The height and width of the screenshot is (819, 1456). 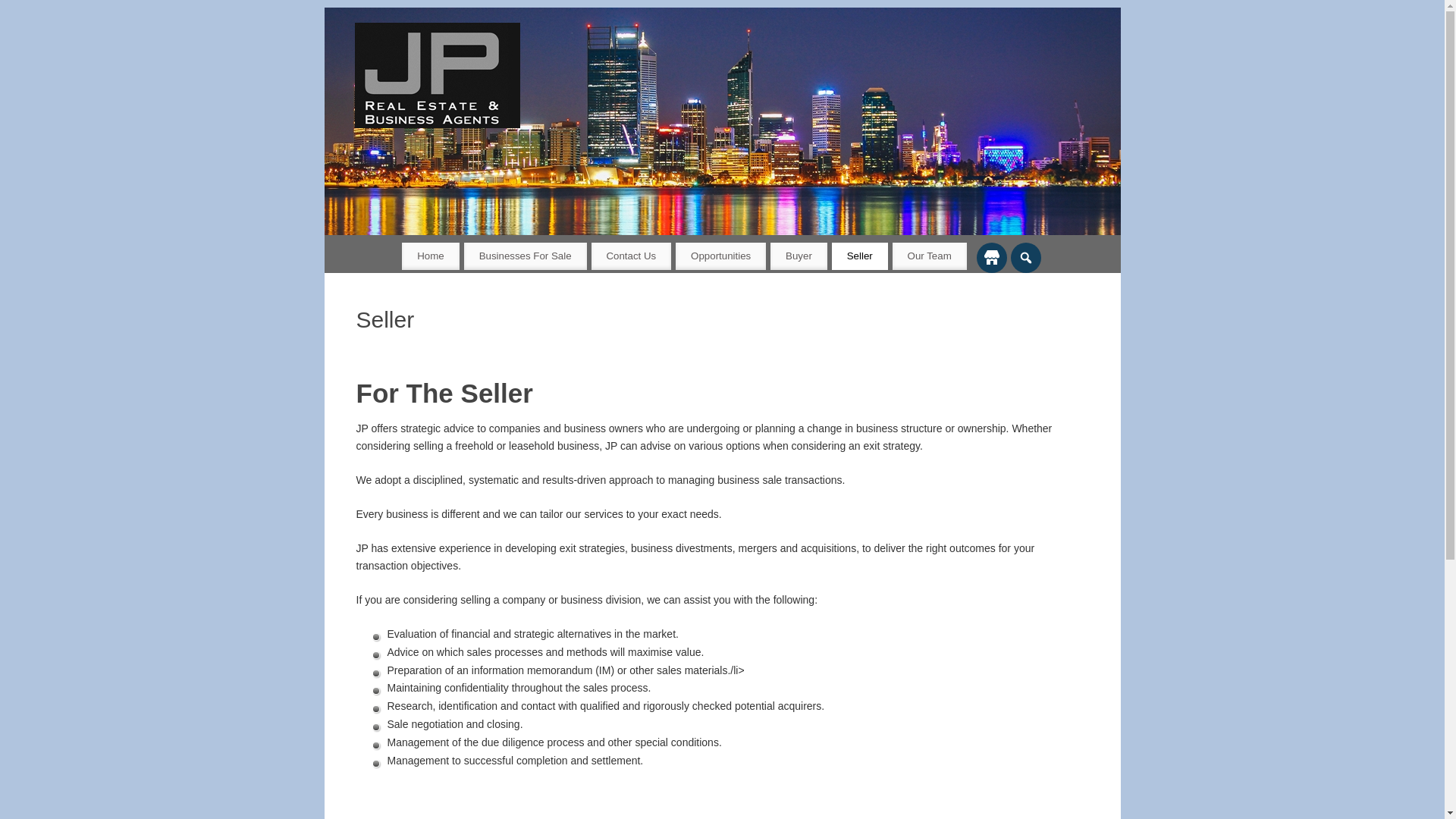 What do you see at coordinates (770, 256) in the screenshot?
I see `'Buyer'` at bounding box center [770, 256].